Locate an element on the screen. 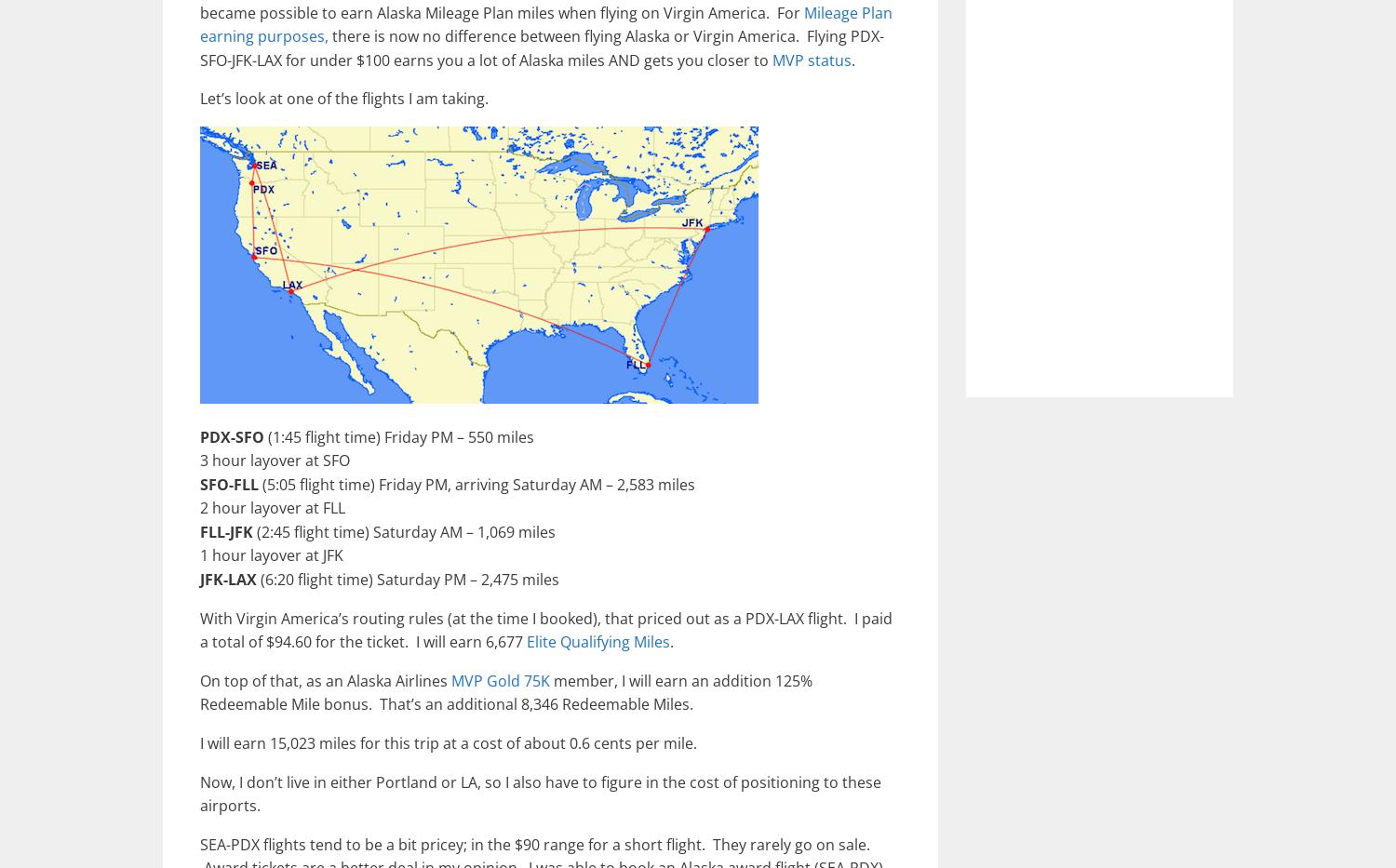 This screenshot has width=1396, height=868. 'MVP Gold 75K' is located at coordinates (501, 679).